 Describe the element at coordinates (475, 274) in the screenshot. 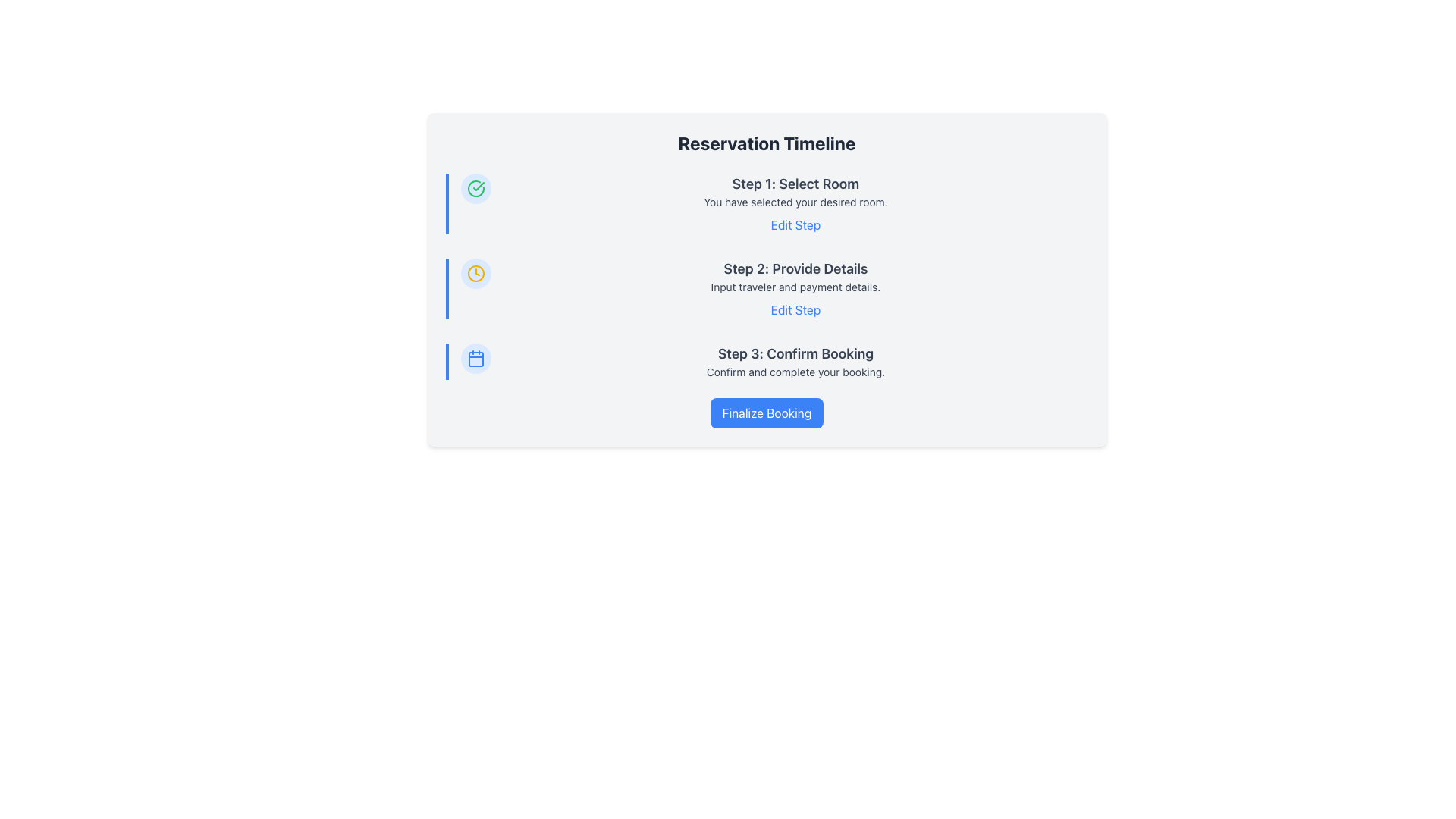

I see `the clock icon representing the 'Step 2' process, which is the second in a vertical sequence of three icons on the left panel` at that location.